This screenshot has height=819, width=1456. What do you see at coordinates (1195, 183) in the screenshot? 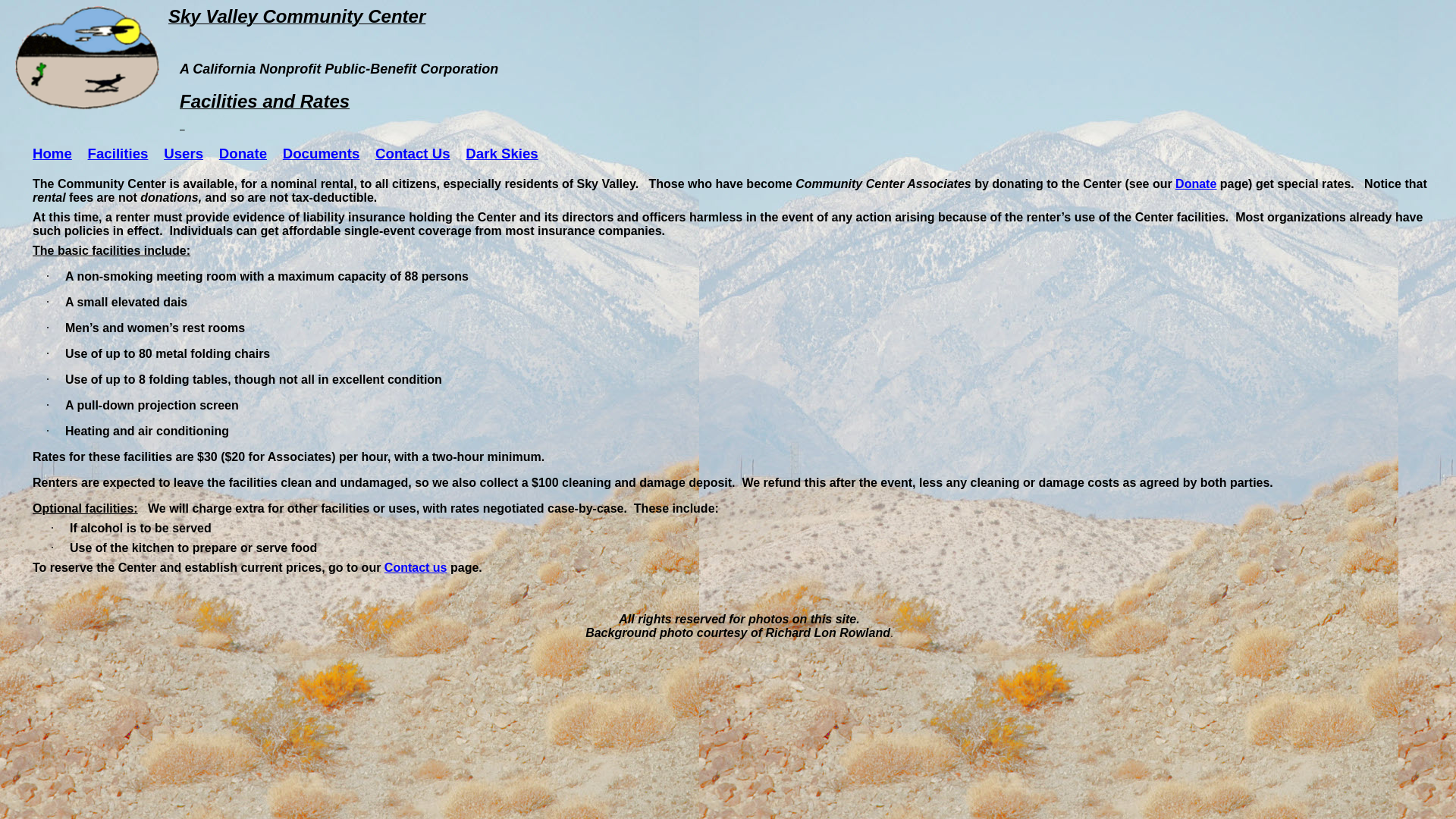
I see `'Donate'` at bounding box center [1195, 183].